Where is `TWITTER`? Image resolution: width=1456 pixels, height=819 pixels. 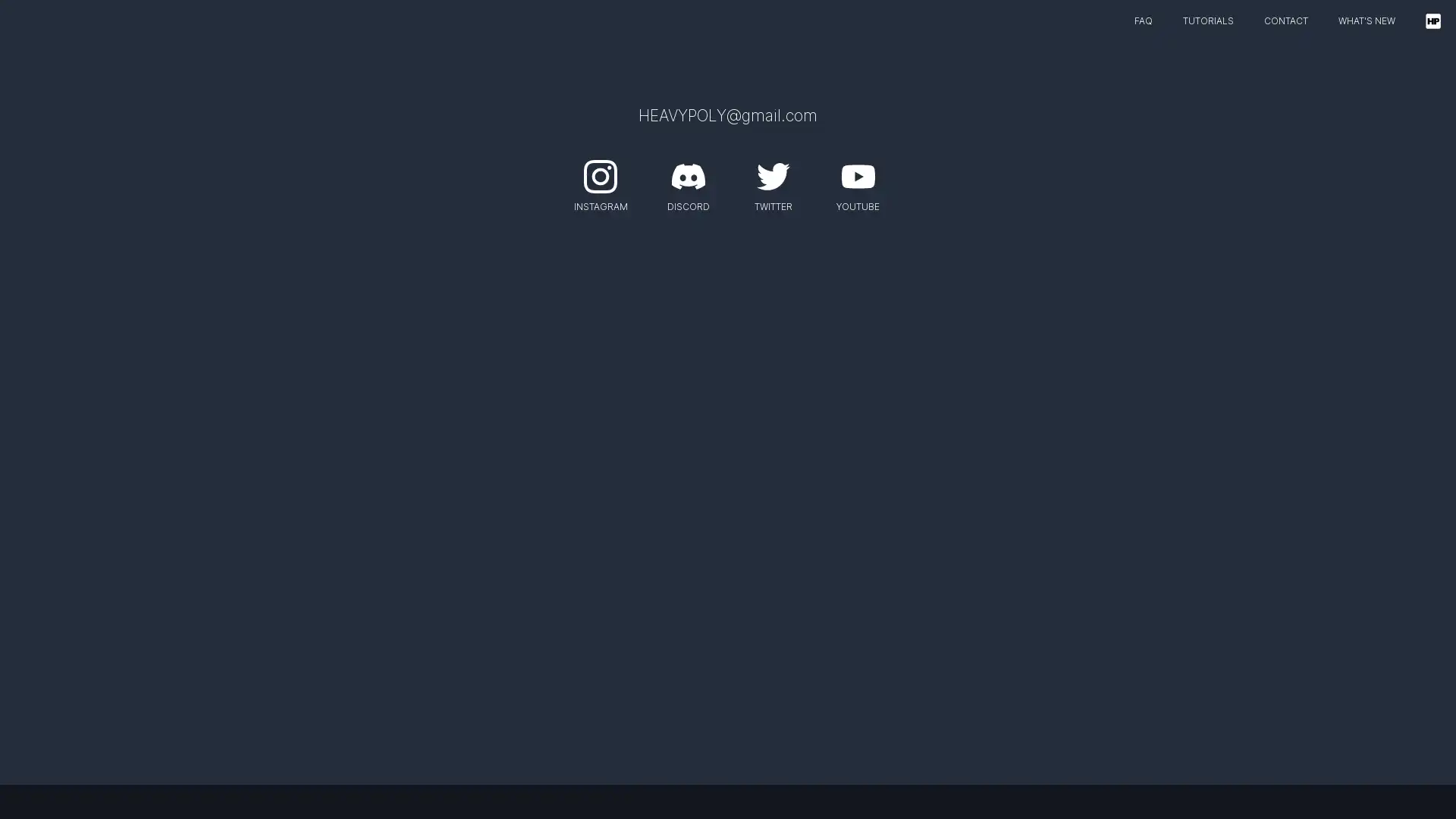
TWITTER is located at coordinates (772, 181).